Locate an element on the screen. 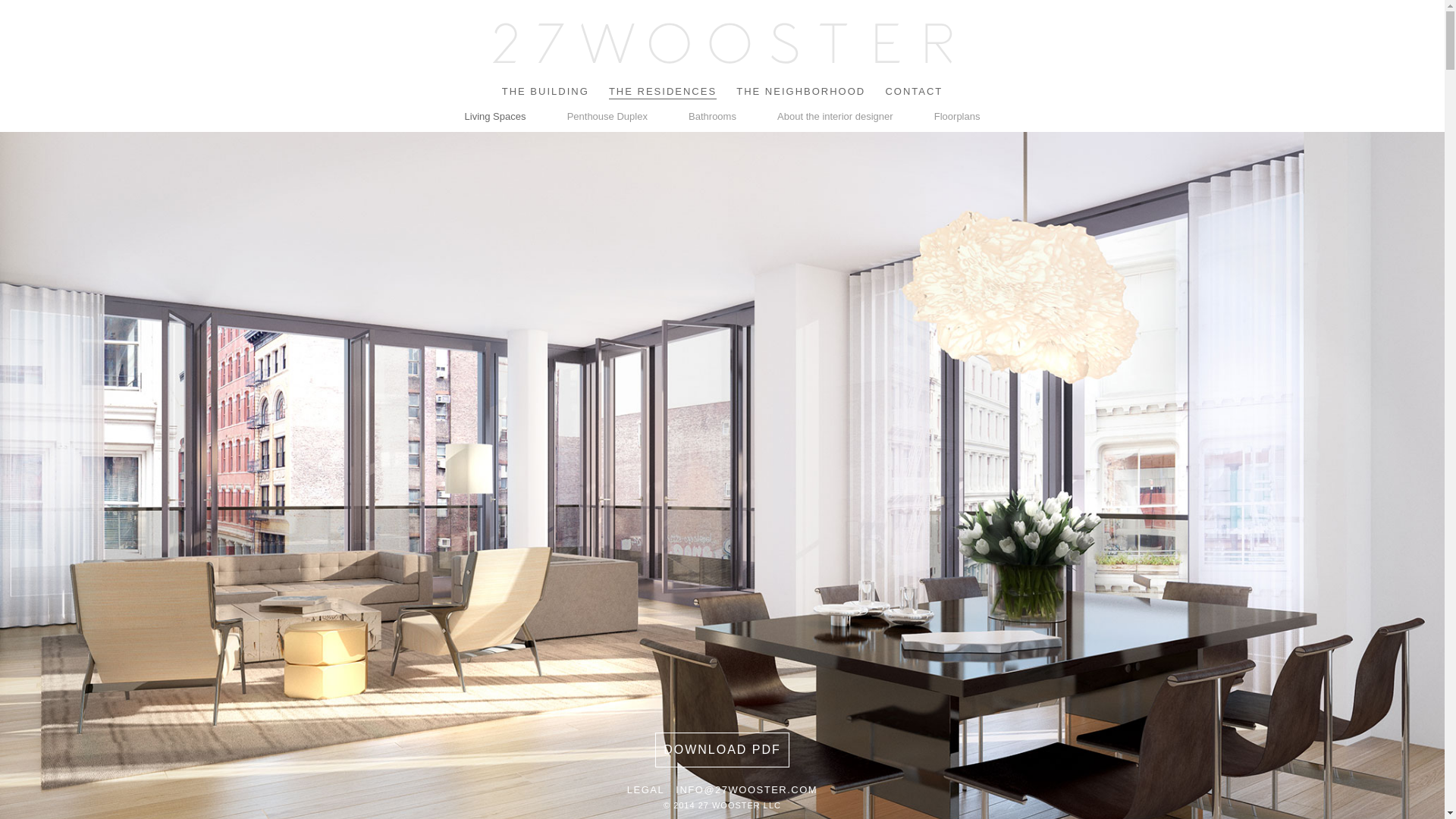  'INFO@27WOOSTER.COM' is located at coordinates (746, 789).